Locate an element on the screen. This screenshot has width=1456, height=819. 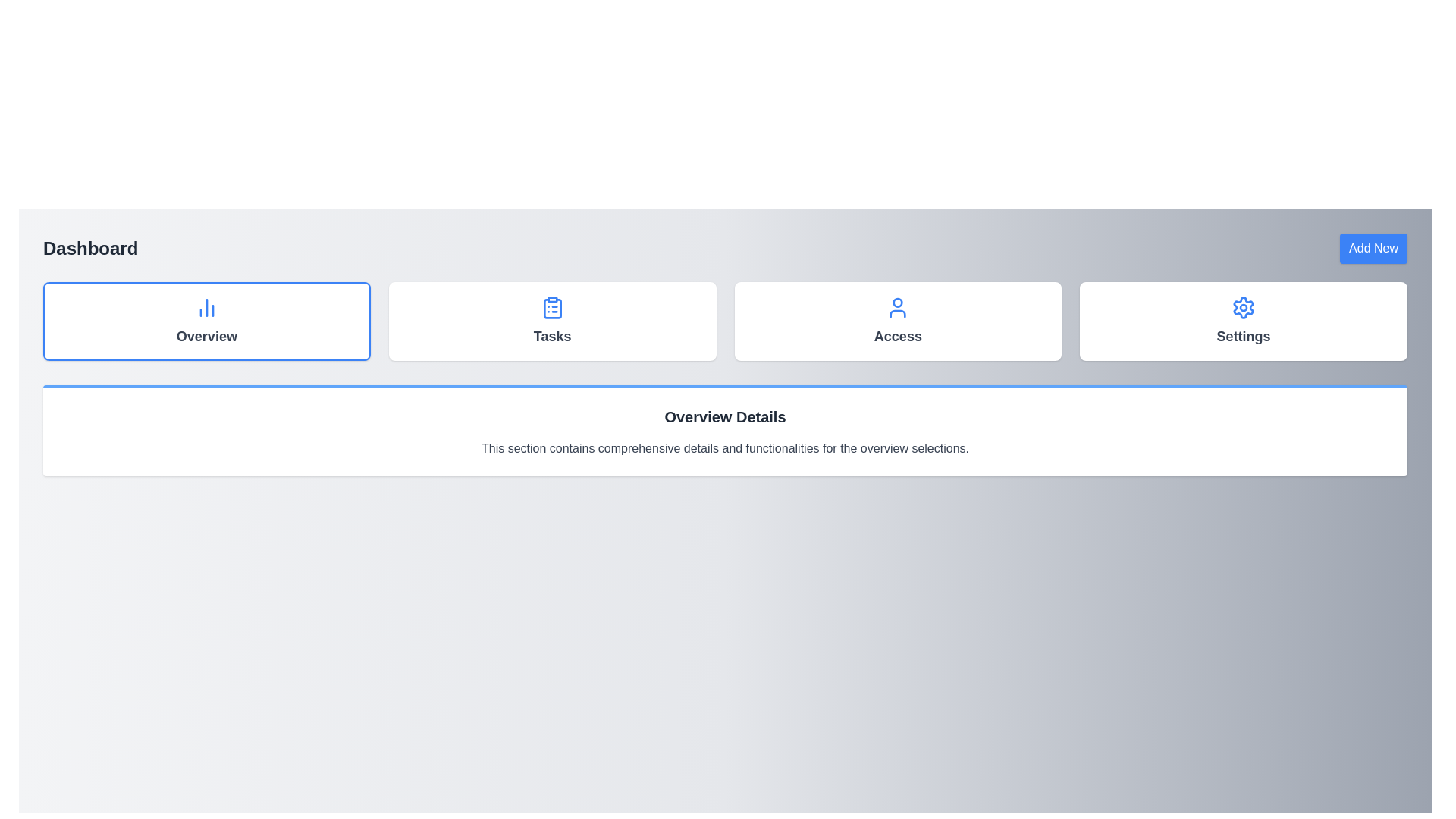
the blue user/profile icon located in the third quadrant of the top menu area, which is centered above the label 'Access' is located at coordinates (898, 307).